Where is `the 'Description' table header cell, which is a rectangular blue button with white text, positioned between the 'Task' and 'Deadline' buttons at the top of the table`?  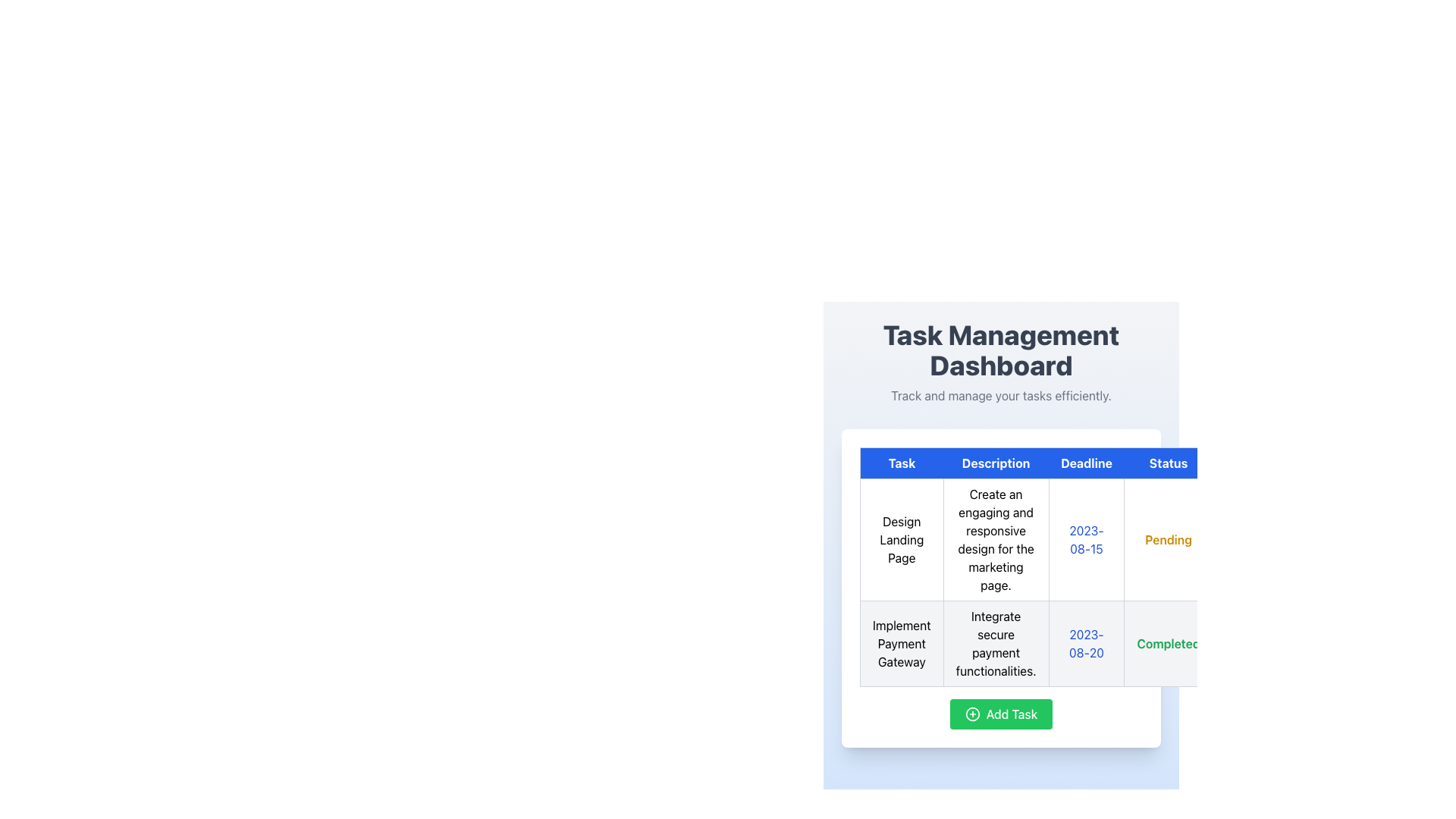
the 'Description' table header cell, which is a rectangular blue button with white text, positioned between the 'Task' and 'Deadline' buttons at the top of the table is located at coordinates (996, 462).